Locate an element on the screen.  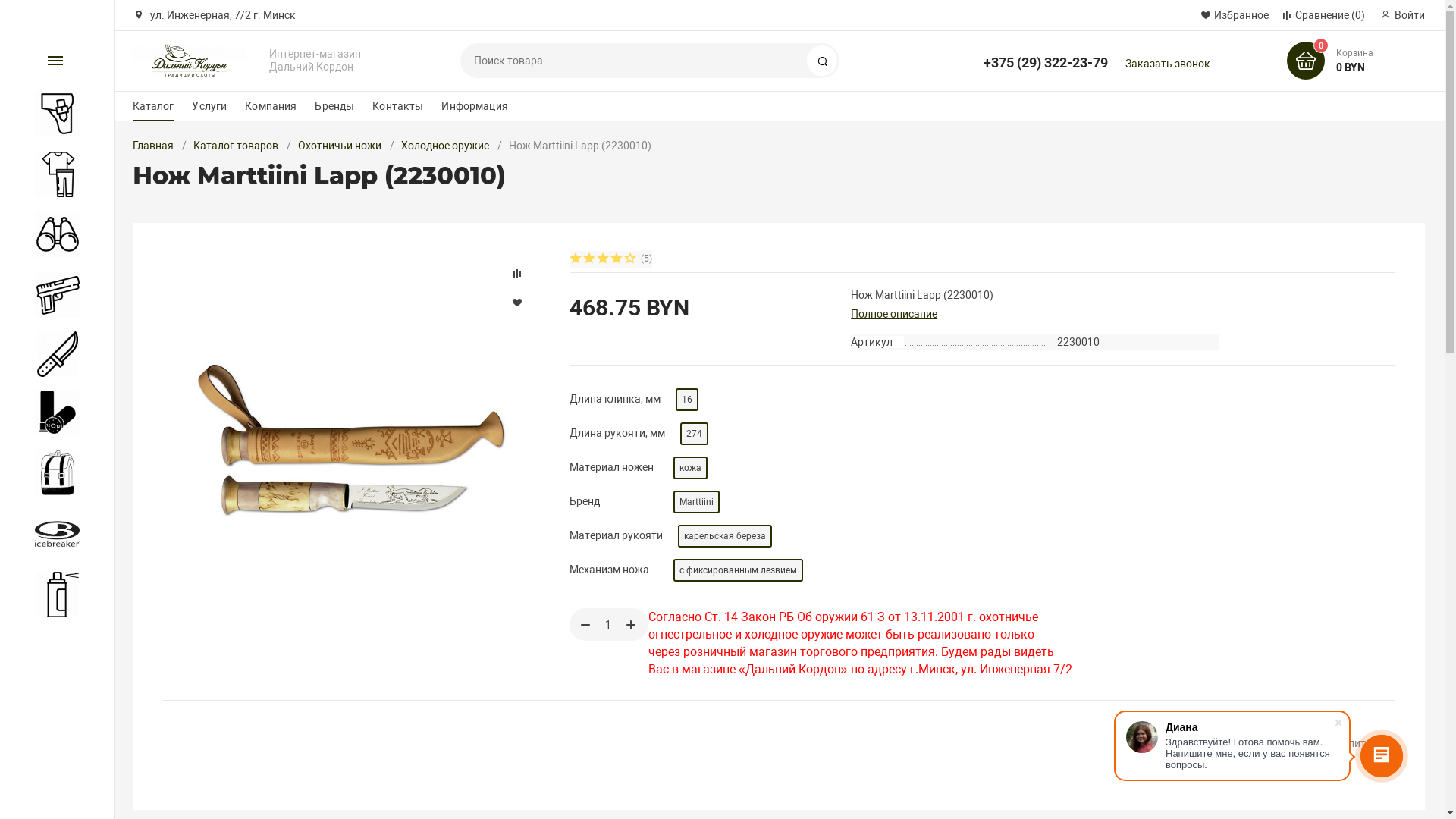
'4' is located at coordinates (617, 259).